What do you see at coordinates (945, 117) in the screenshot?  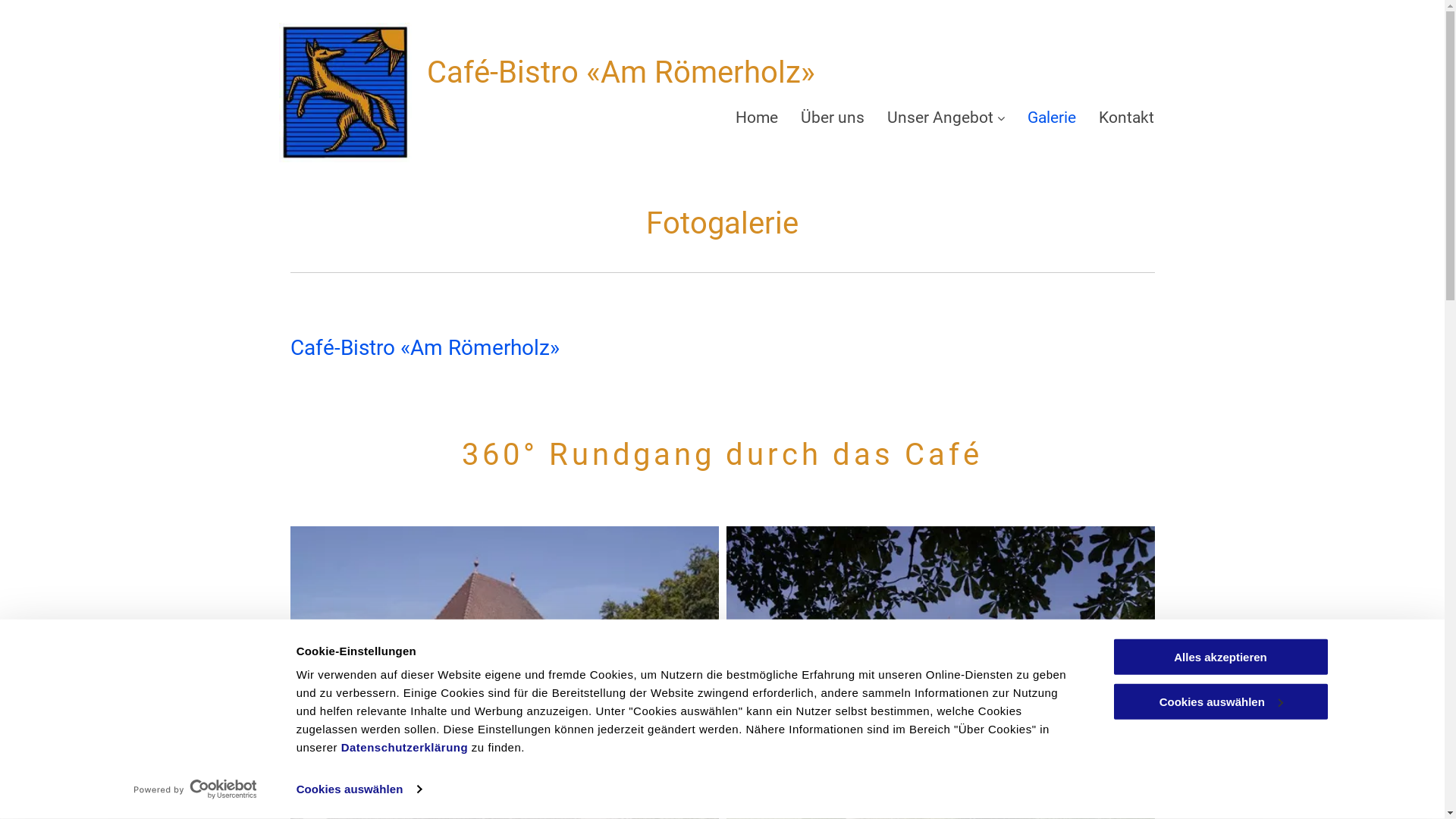 I see `'Unser Angebot'` at bounding box center [945, 117].